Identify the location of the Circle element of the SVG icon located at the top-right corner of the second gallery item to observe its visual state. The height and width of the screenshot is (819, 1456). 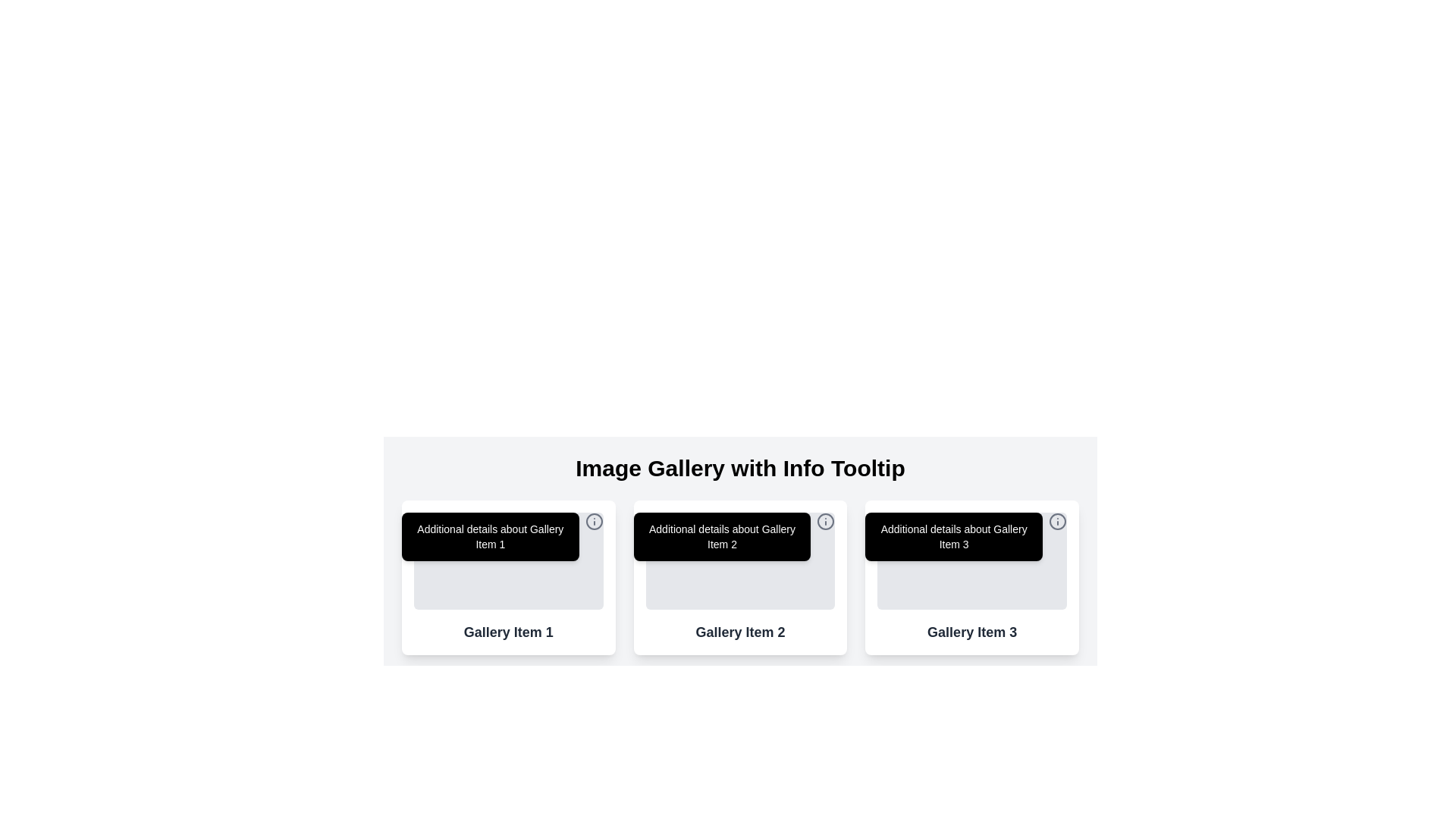
(825, 520).